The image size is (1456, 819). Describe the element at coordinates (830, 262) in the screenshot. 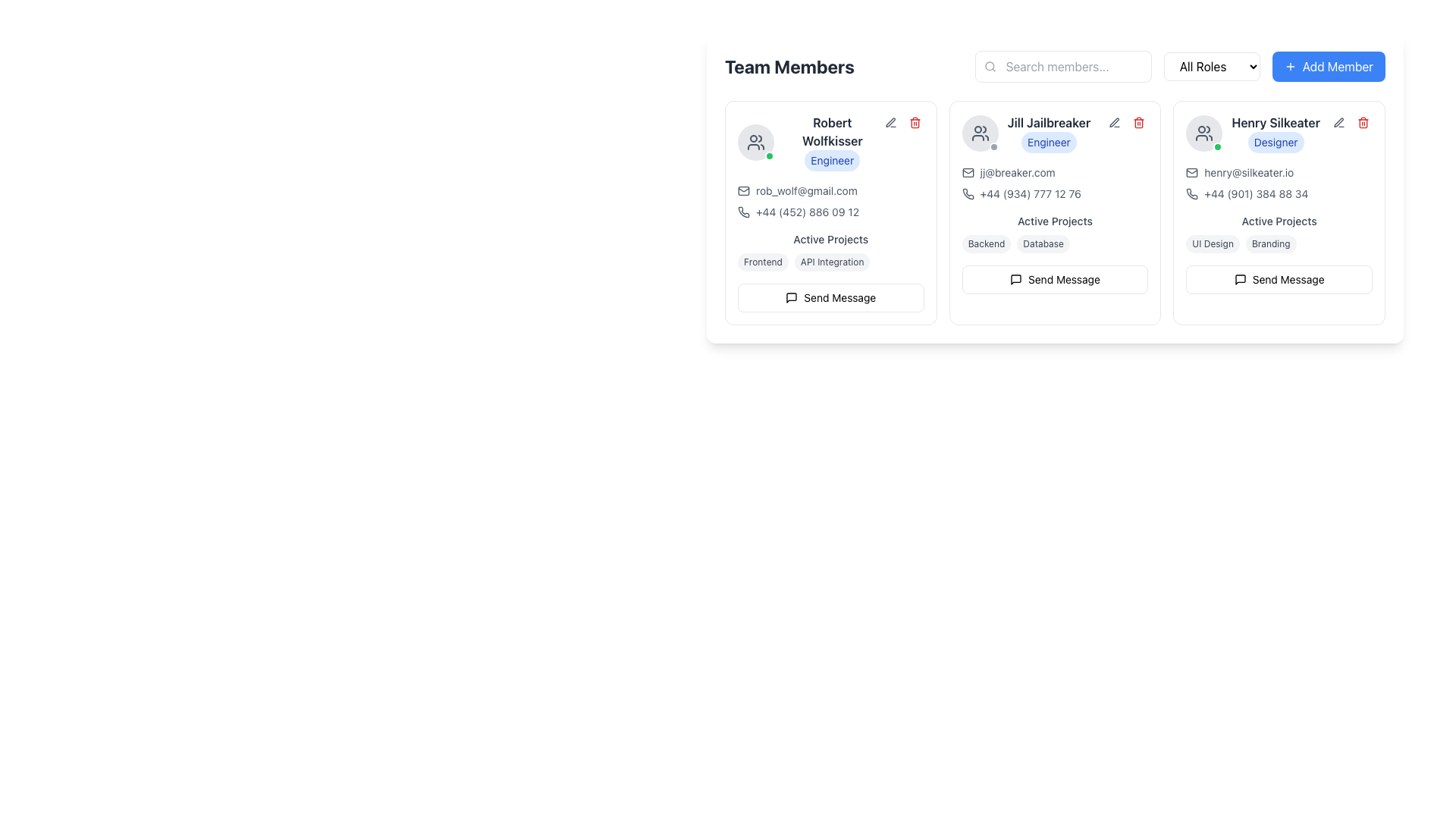

I see `the tag indicating that the person is involved in the 'Frontend' and 'API Integration' projects, located in the 'Active Projects' section below 'Robert Wolfkisser' and above the 'Send Message' button in the leftmost Team Members card` at that location.